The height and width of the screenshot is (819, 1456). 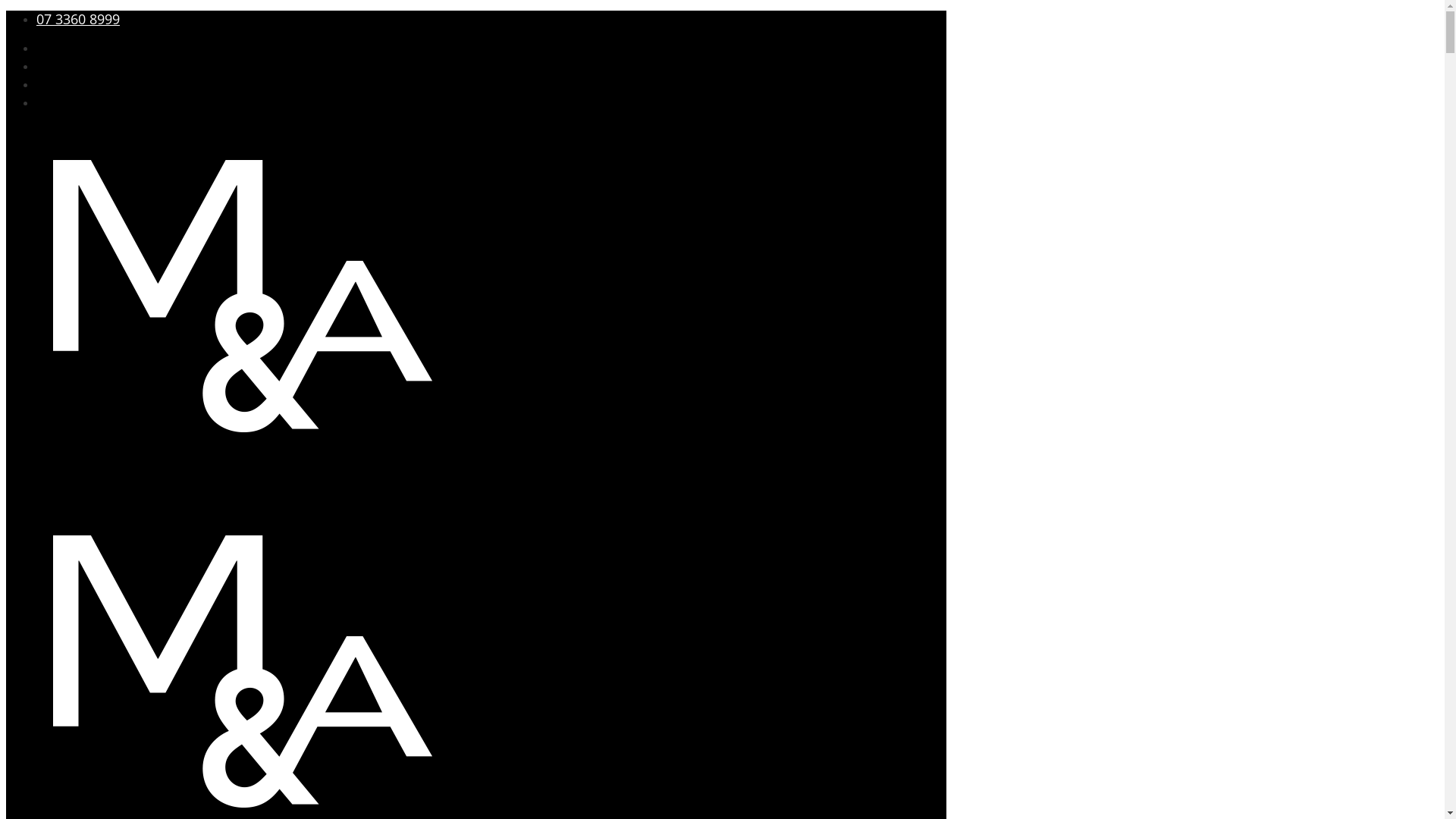 I want to click on '07 3360 8999', so click(x=36, y=18).